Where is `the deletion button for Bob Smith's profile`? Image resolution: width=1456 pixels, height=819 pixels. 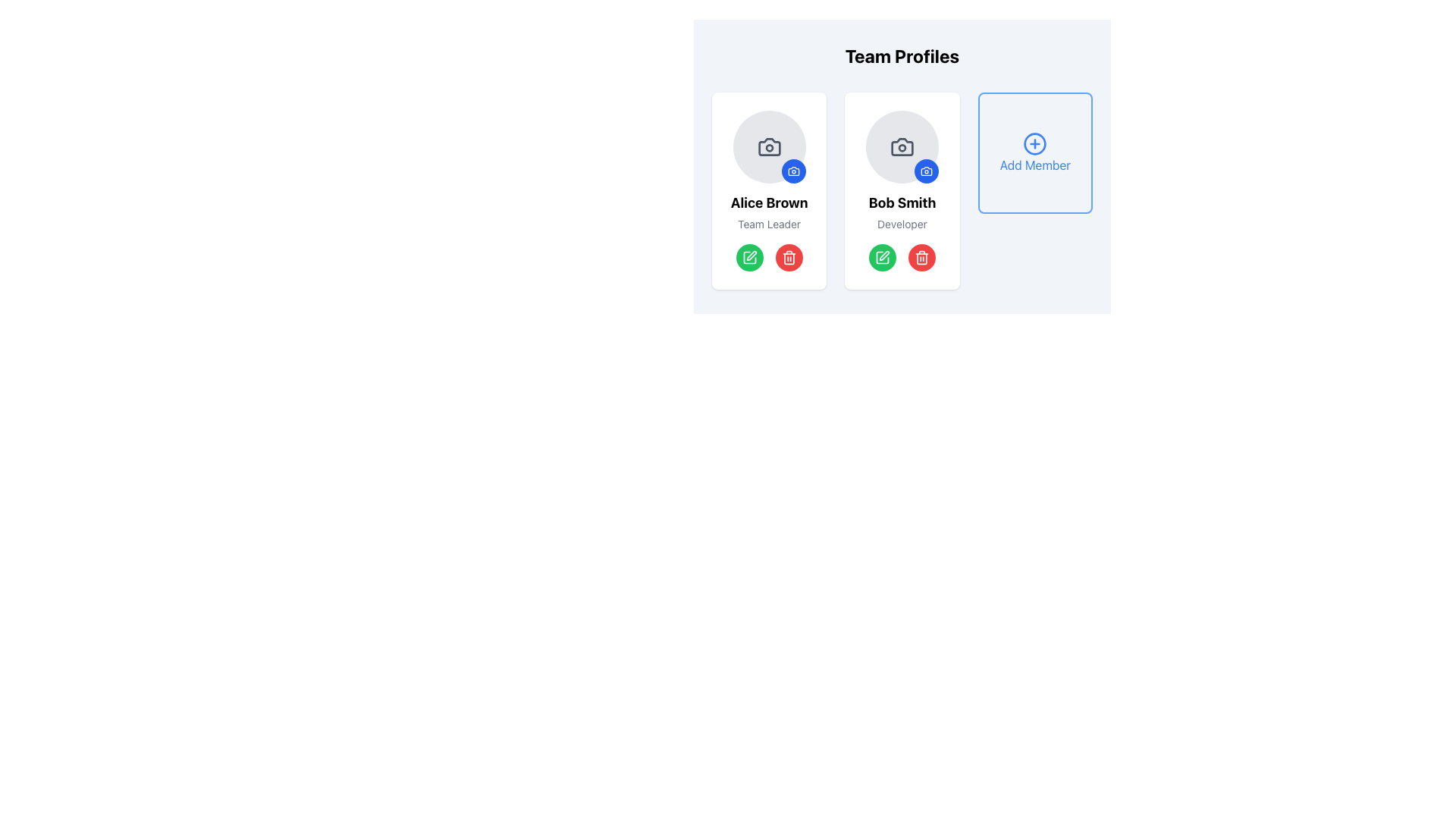 the deletion button for Bob Smith's profile is located at coordinates (789, 256).